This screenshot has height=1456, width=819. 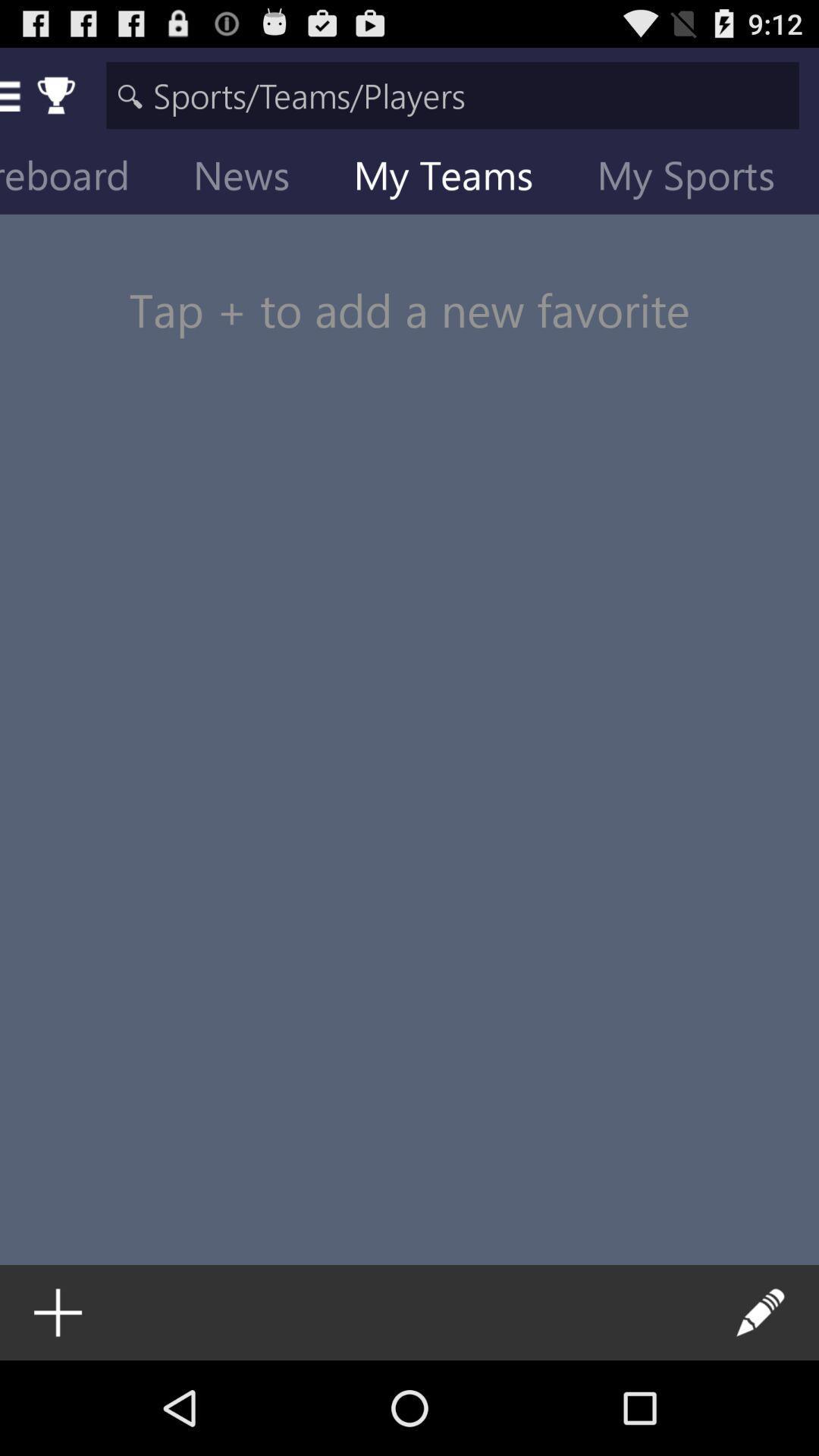 I want to click on search sports team or players, so click(x=452, y=94).